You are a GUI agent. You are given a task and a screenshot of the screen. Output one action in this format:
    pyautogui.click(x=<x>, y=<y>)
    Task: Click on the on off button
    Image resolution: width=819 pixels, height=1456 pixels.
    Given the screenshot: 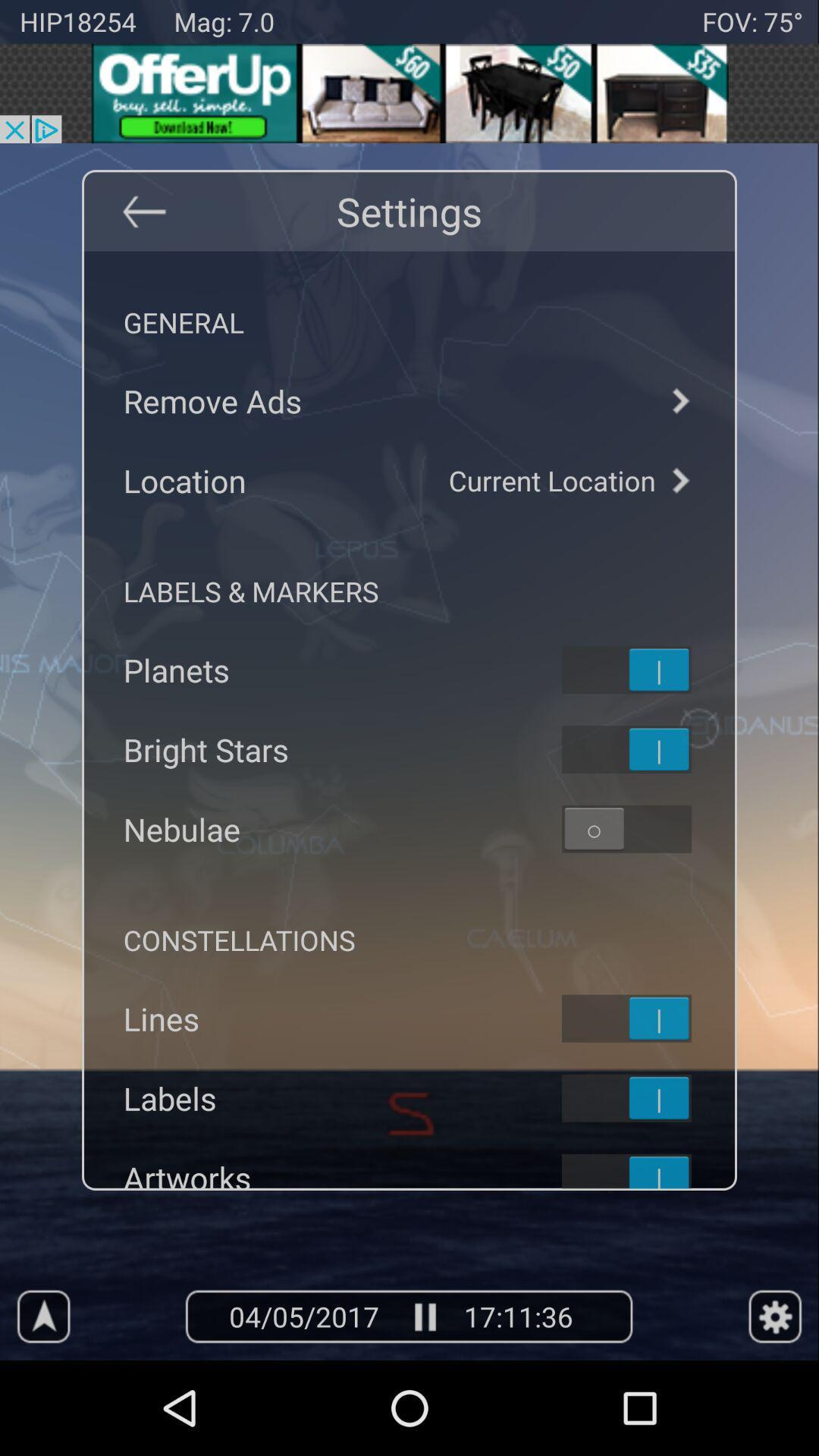 What is the action you would take?
    pyautogui.click(x=646, y=749)
    